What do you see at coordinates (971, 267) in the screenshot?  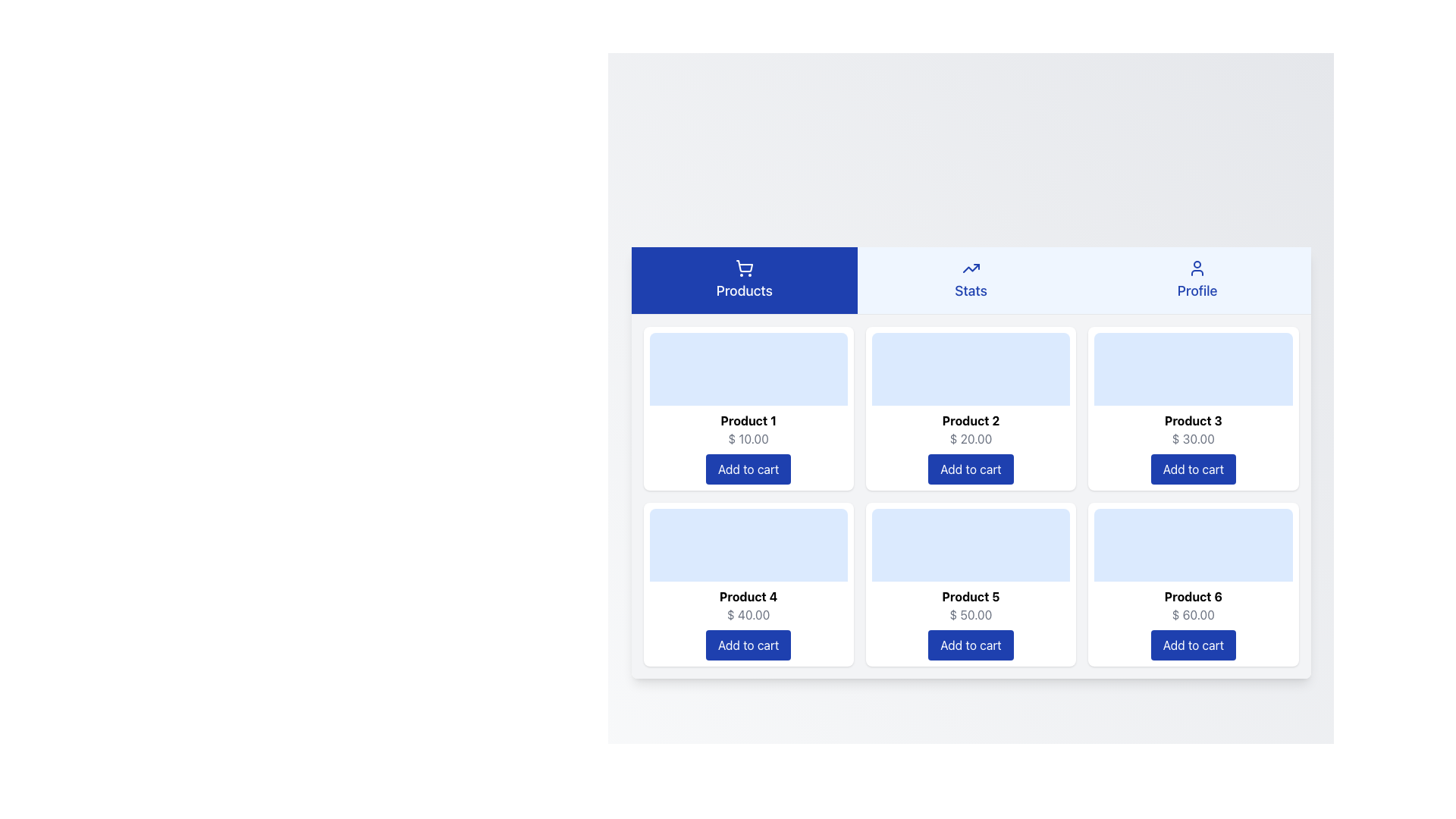 I see `the 'Stats' SVG Icon, which represents the statistical data section of the application, located centrally between the 'Products' and 'Profile' tabs` at bounding box center [971, 267].